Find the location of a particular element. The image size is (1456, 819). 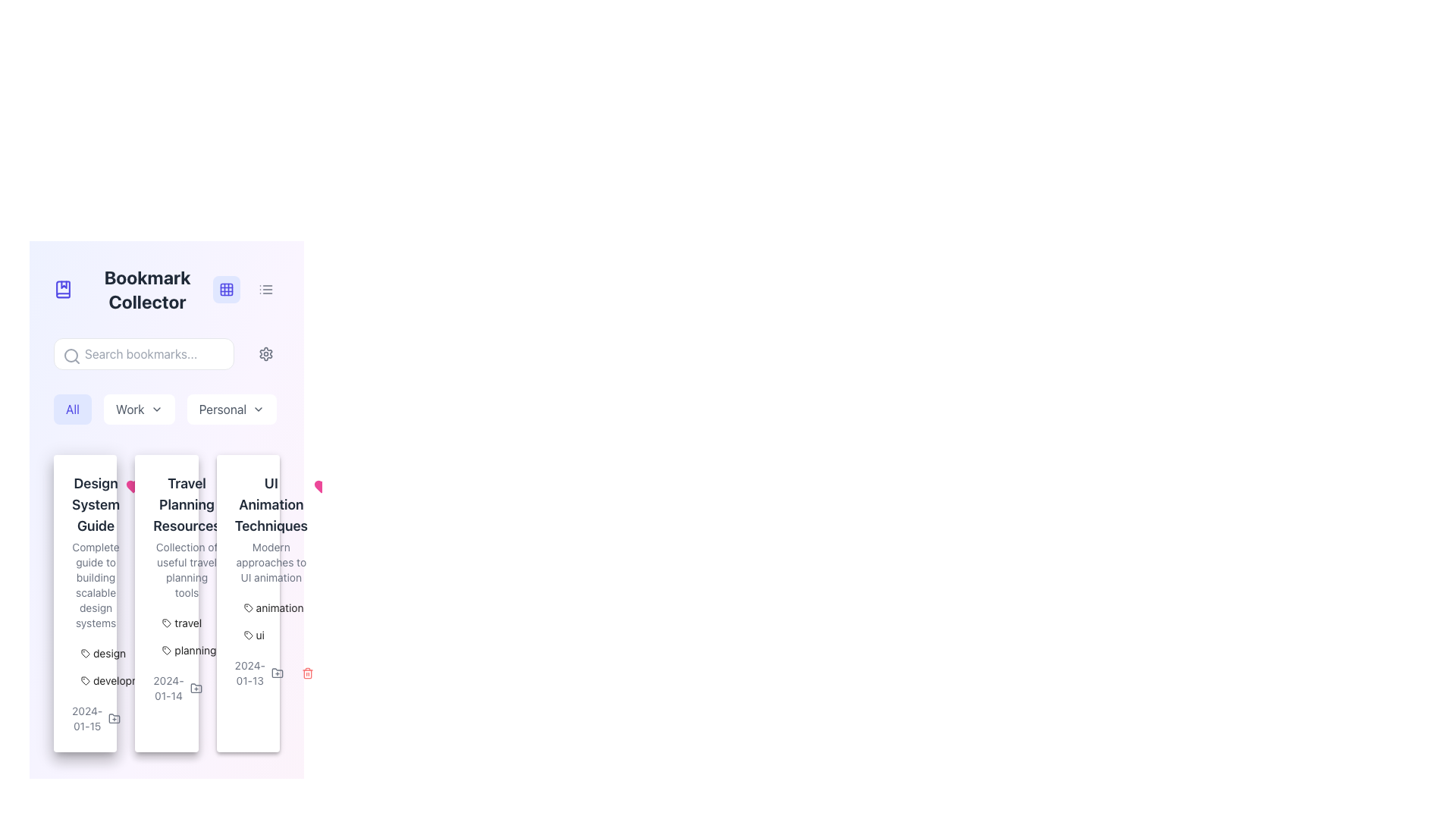

the interactive icon located in the top-right corner of the application, adjacent to the 'Bookmark Collector' title is located at coordinates (225, 289).